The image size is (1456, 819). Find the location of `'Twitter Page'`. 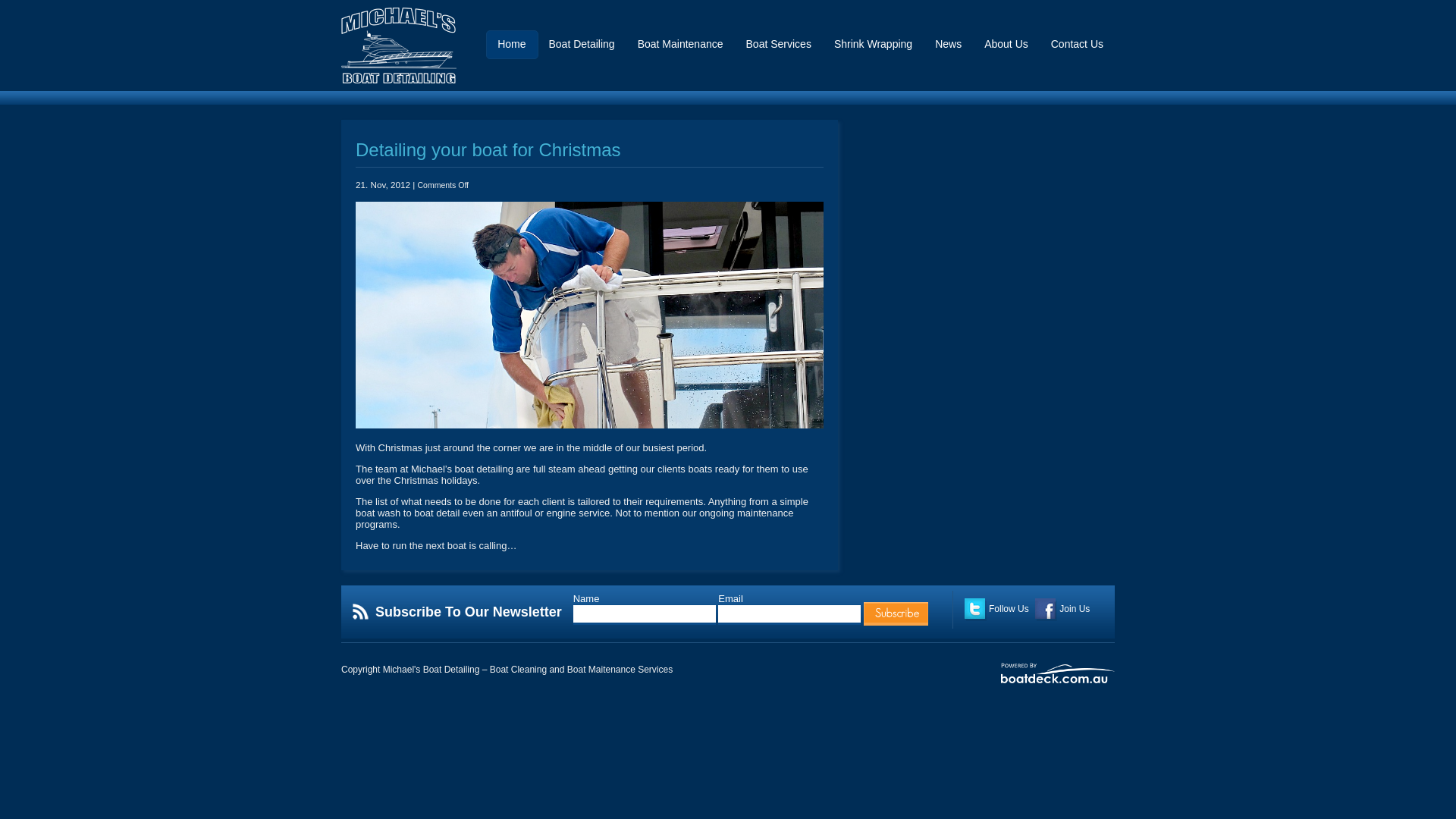

'Twitter Page' is located at coordinates (975, 608).